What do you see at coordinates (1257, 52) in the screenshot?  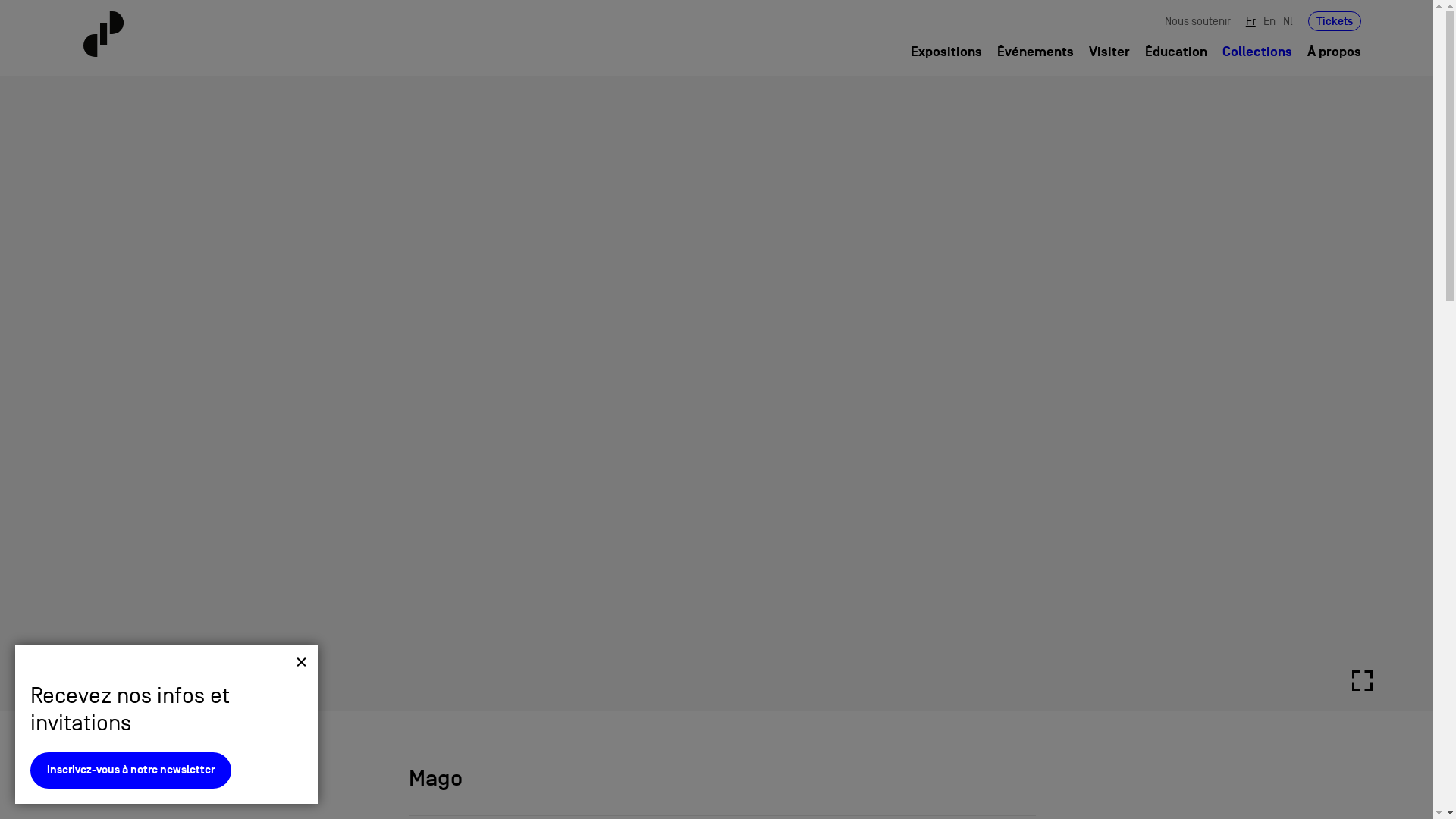 I see `'Collections'` at bounding box center [1257, 52].